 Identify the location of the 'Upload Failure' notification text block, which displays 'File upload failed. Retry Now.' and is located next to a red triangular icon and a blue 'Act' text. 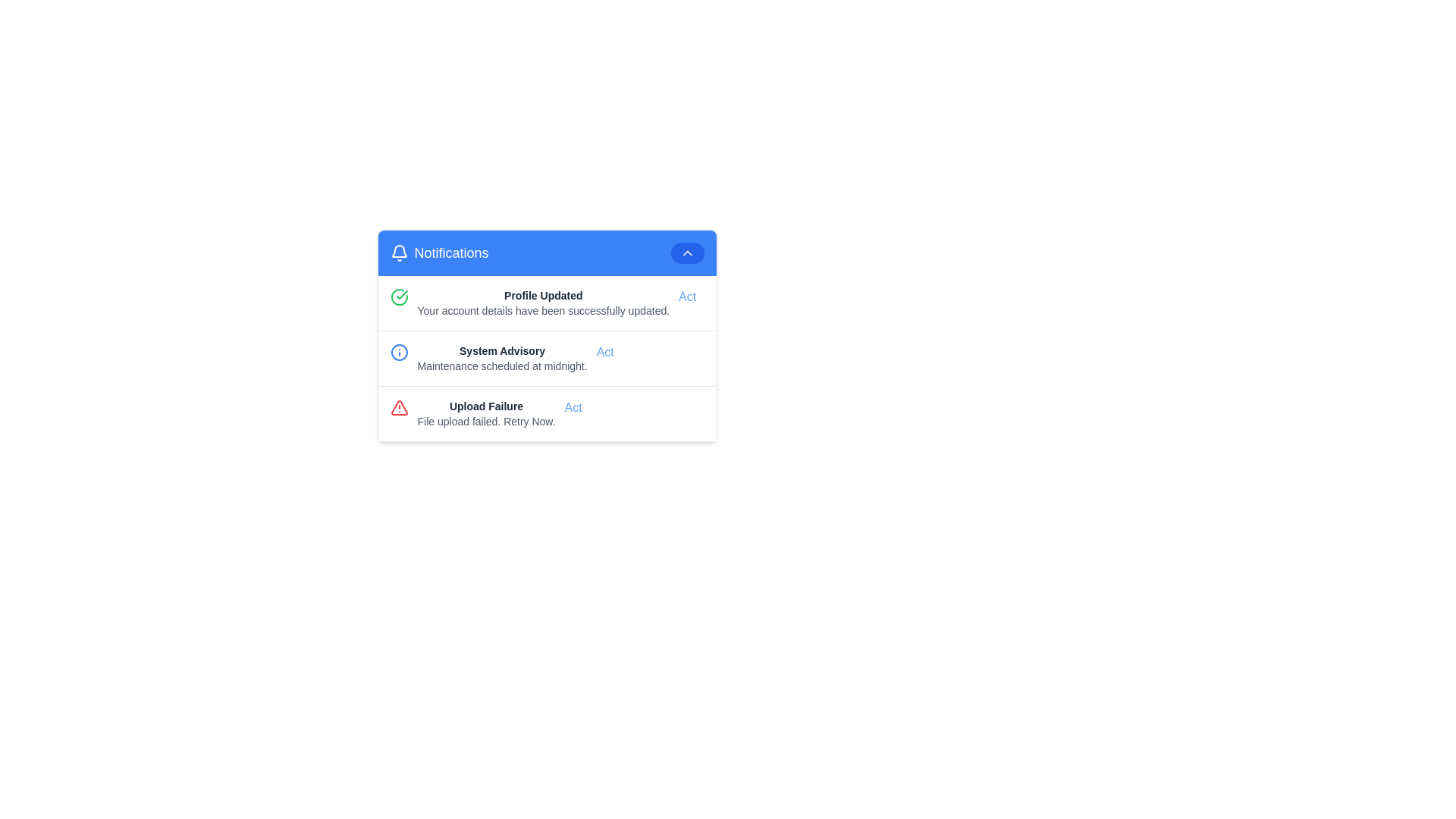
(486, 414).